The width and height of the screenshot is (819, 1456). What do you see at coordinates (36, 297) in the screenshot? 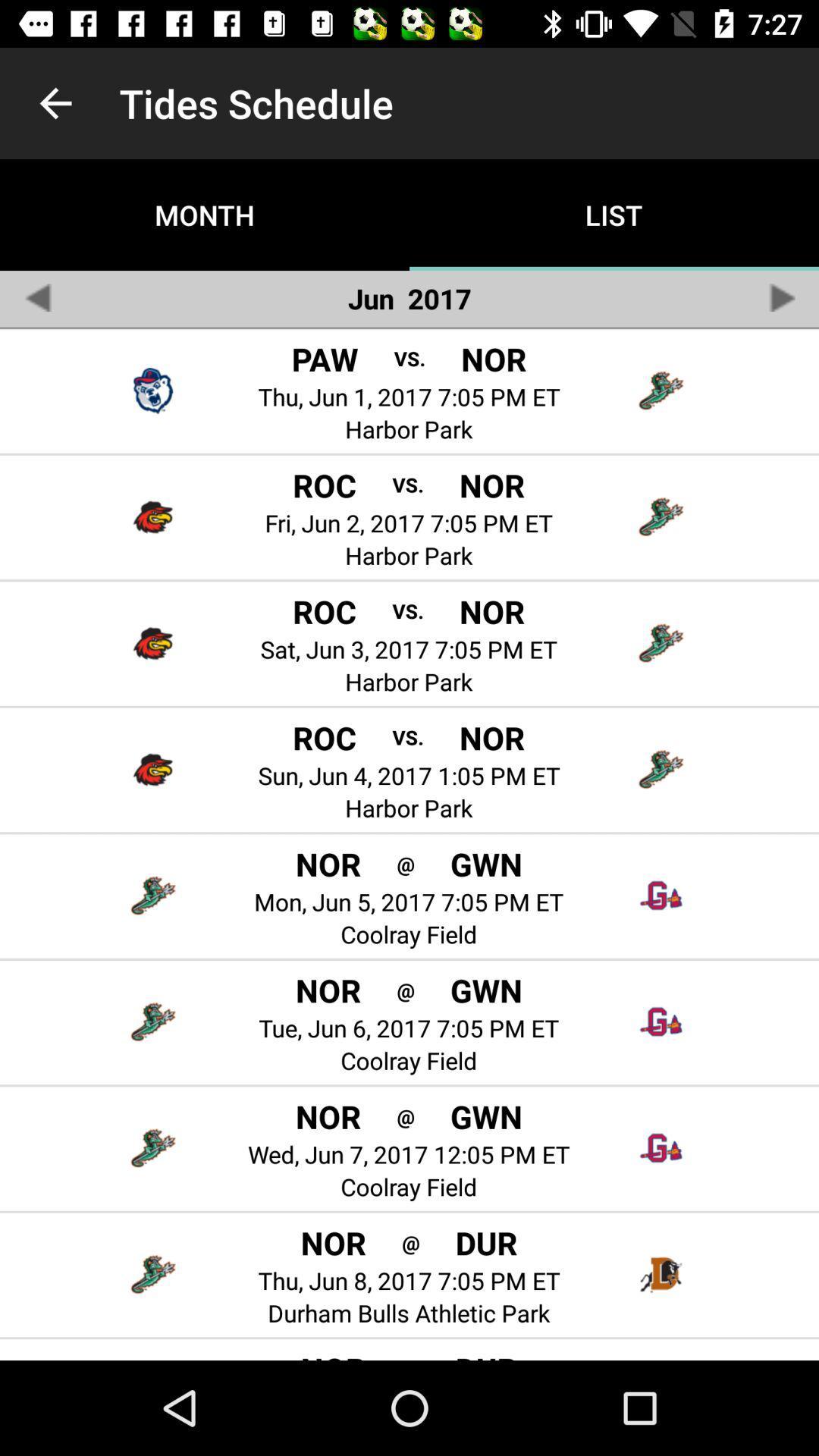
I see `previous month` at bounding box center [36, 297].